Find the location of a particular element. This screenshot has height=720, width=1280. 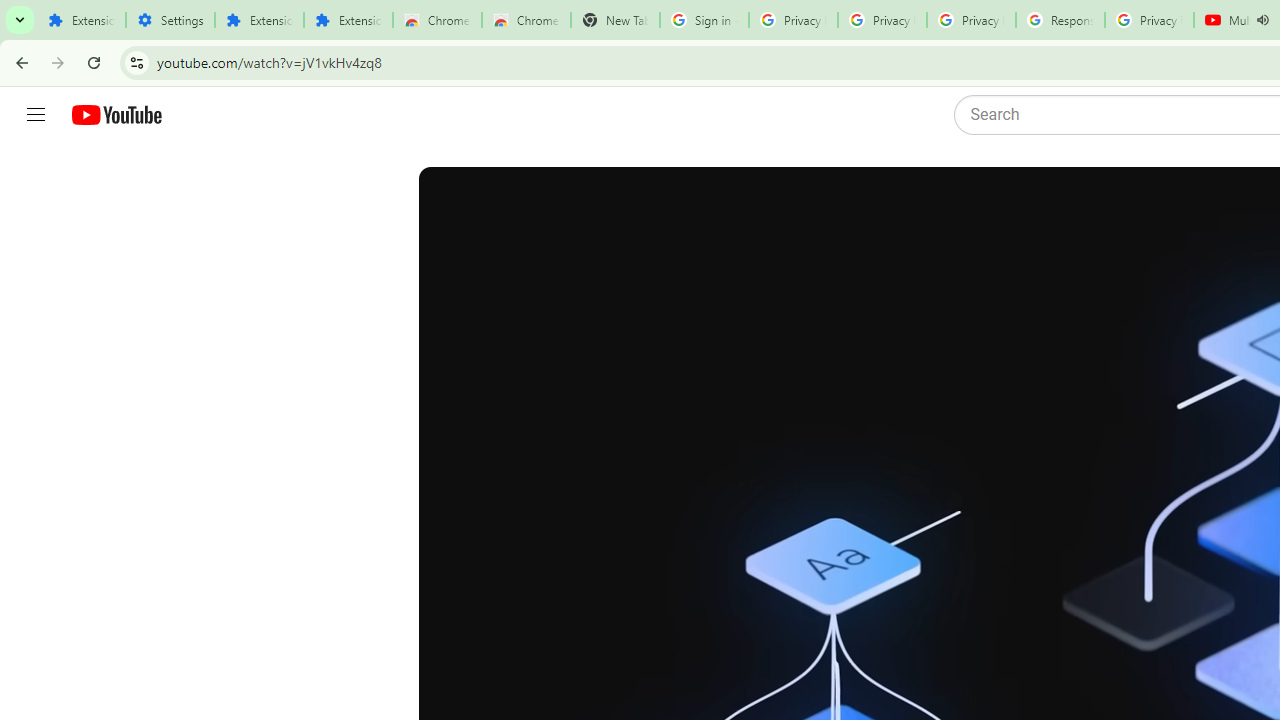

'Chrome Web Store - Themes' is located at coordinates (526, 20).